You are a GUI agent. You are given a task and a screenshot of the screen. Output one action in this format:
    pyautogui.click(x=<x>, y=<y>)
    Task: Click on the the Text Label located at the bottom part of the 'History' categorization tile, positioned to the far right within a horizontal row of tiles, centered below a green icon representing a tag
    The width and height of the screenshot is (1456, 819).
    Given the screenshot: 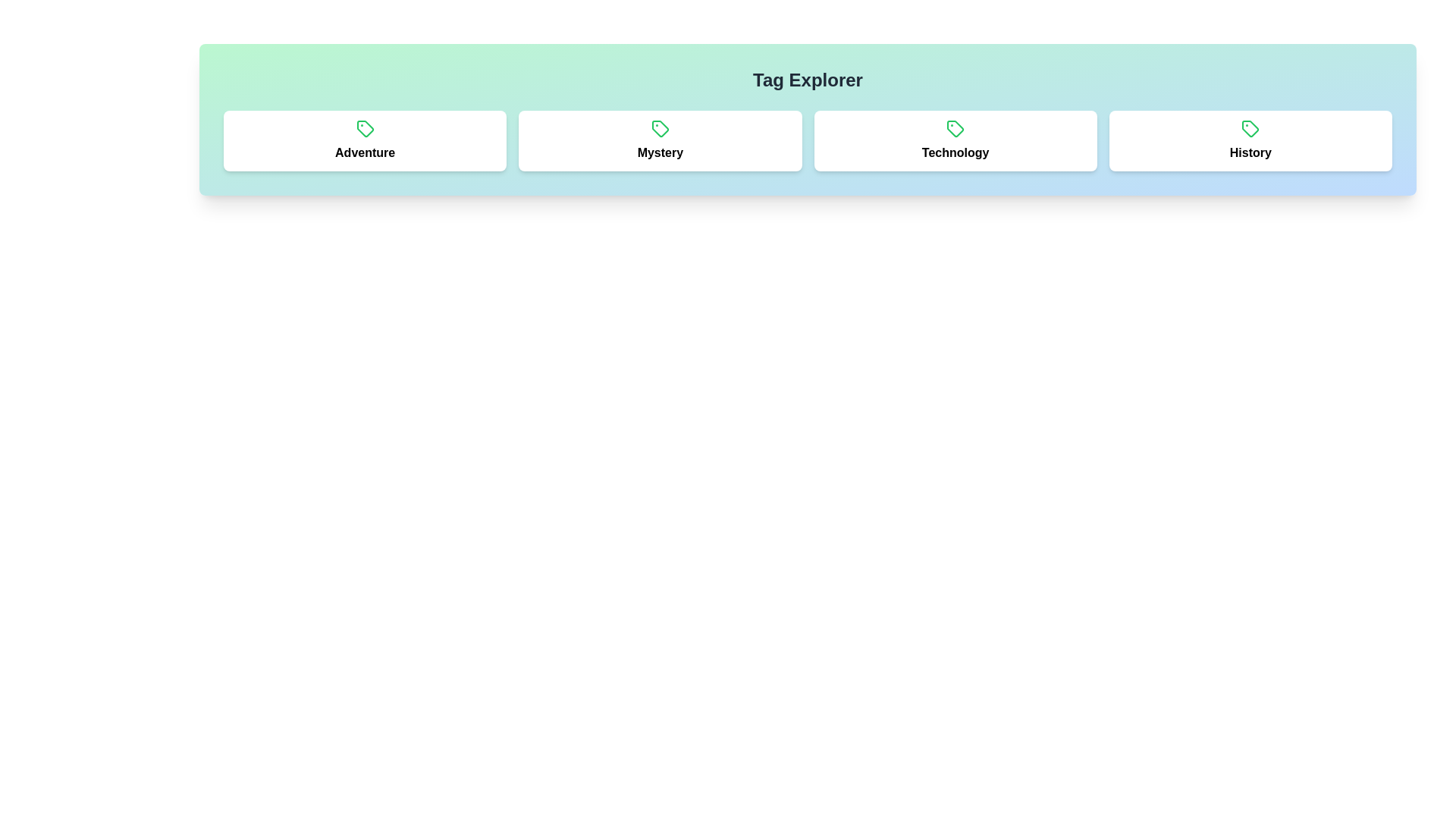 What is the action you would take?
    pyautogui.click(x=1250, y=152)
    